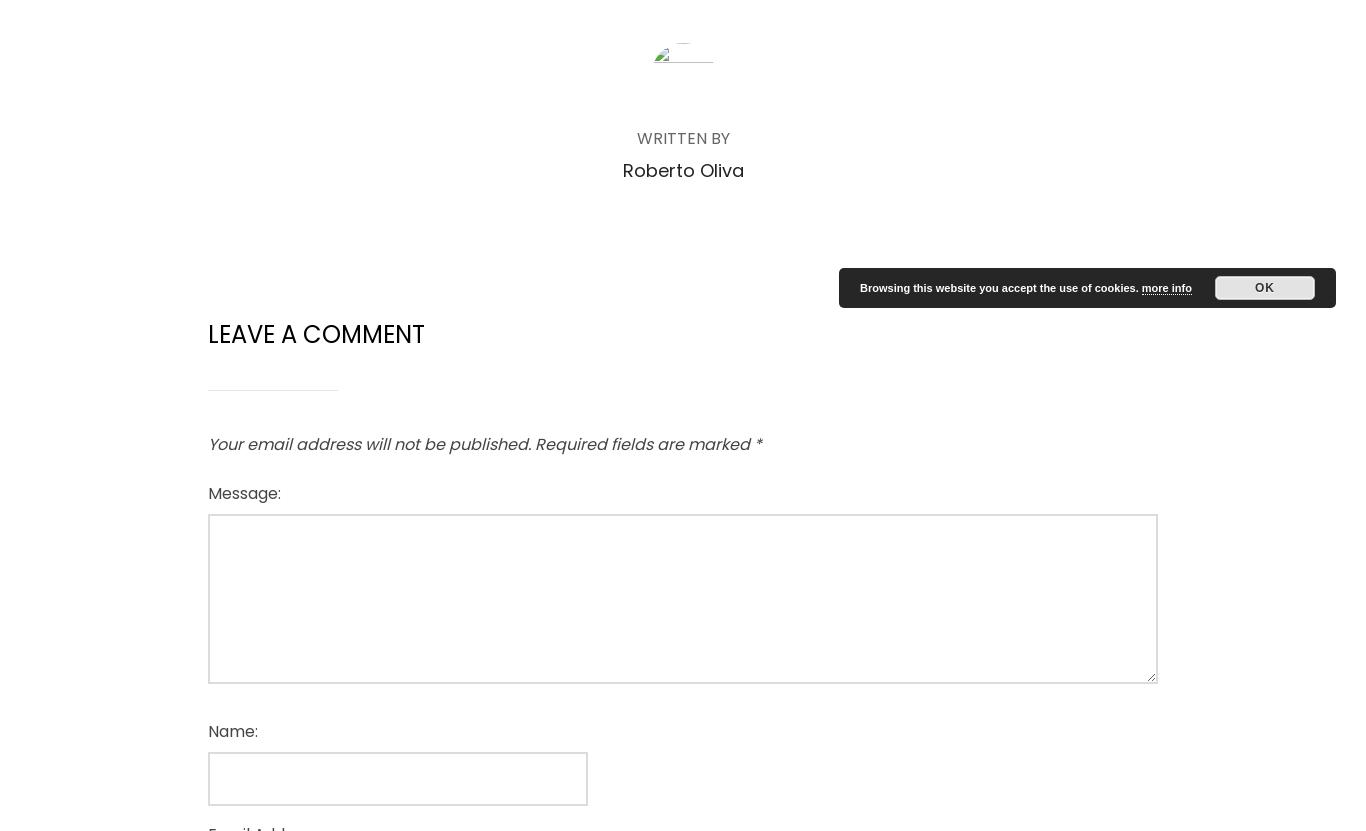 Image resolution: width=1366 pixels, height=831 pixels. Describe the element at coordinates (643, 443) in the screenshot. I see `'Required fields are marked'` at that location.